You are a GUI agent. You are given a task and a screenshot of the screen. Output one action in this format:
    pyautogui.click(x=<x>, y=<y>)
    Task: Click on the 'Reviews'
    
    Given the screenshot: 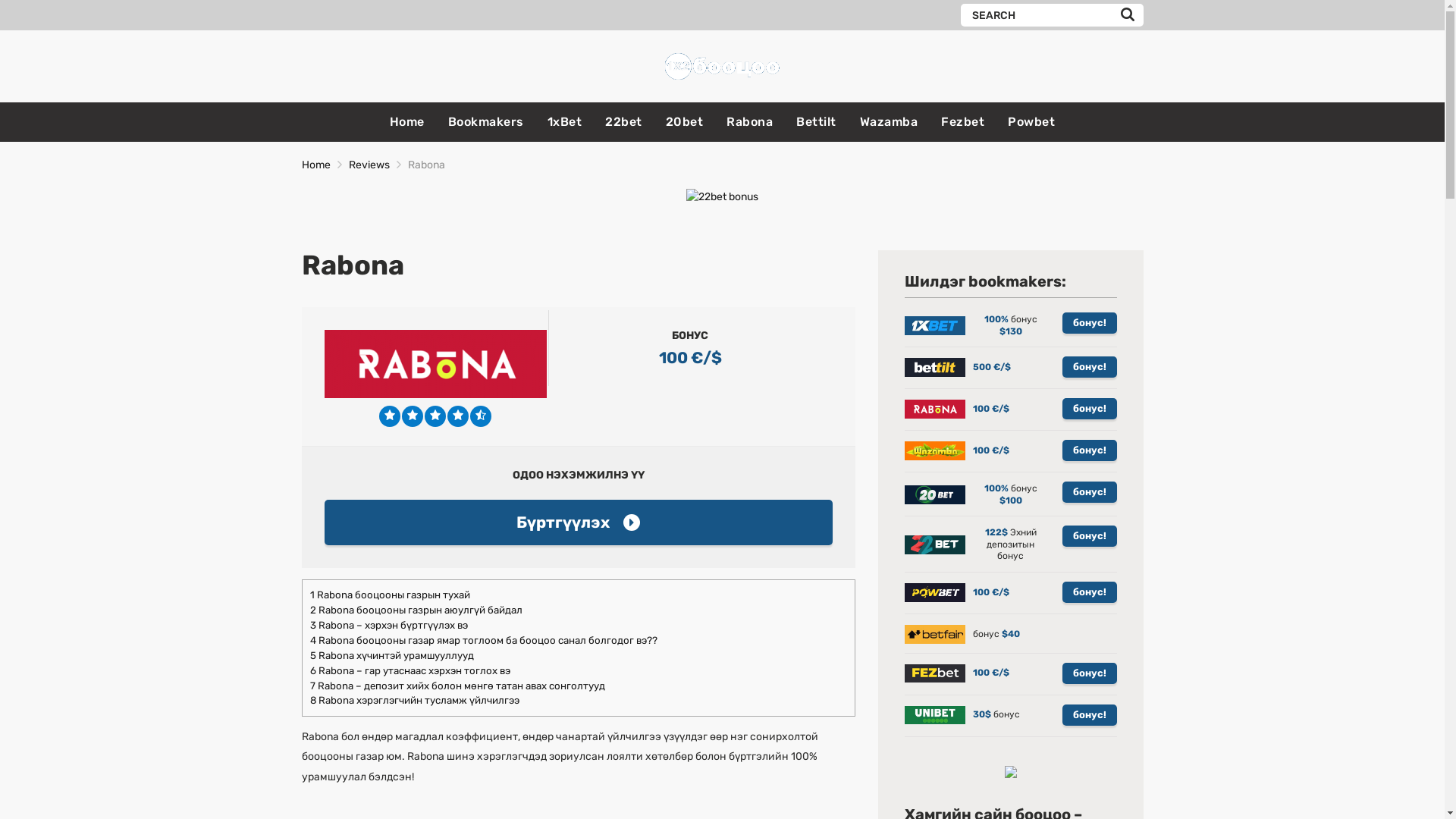 What is the action you would take?
    pyautogui.click(x=369, y=165)
    